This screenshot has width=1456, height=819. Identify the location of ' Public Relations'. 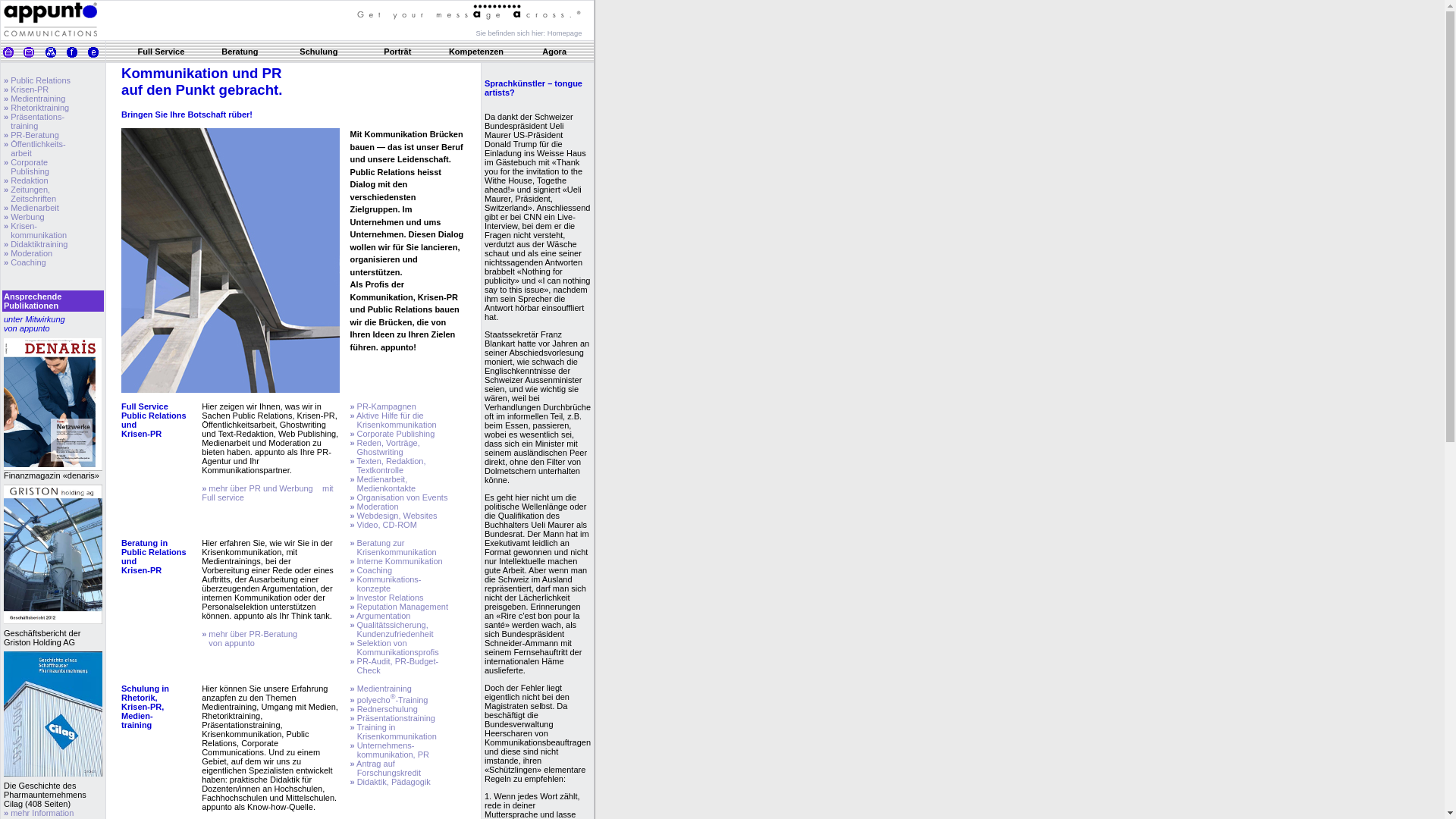
(8, 80).